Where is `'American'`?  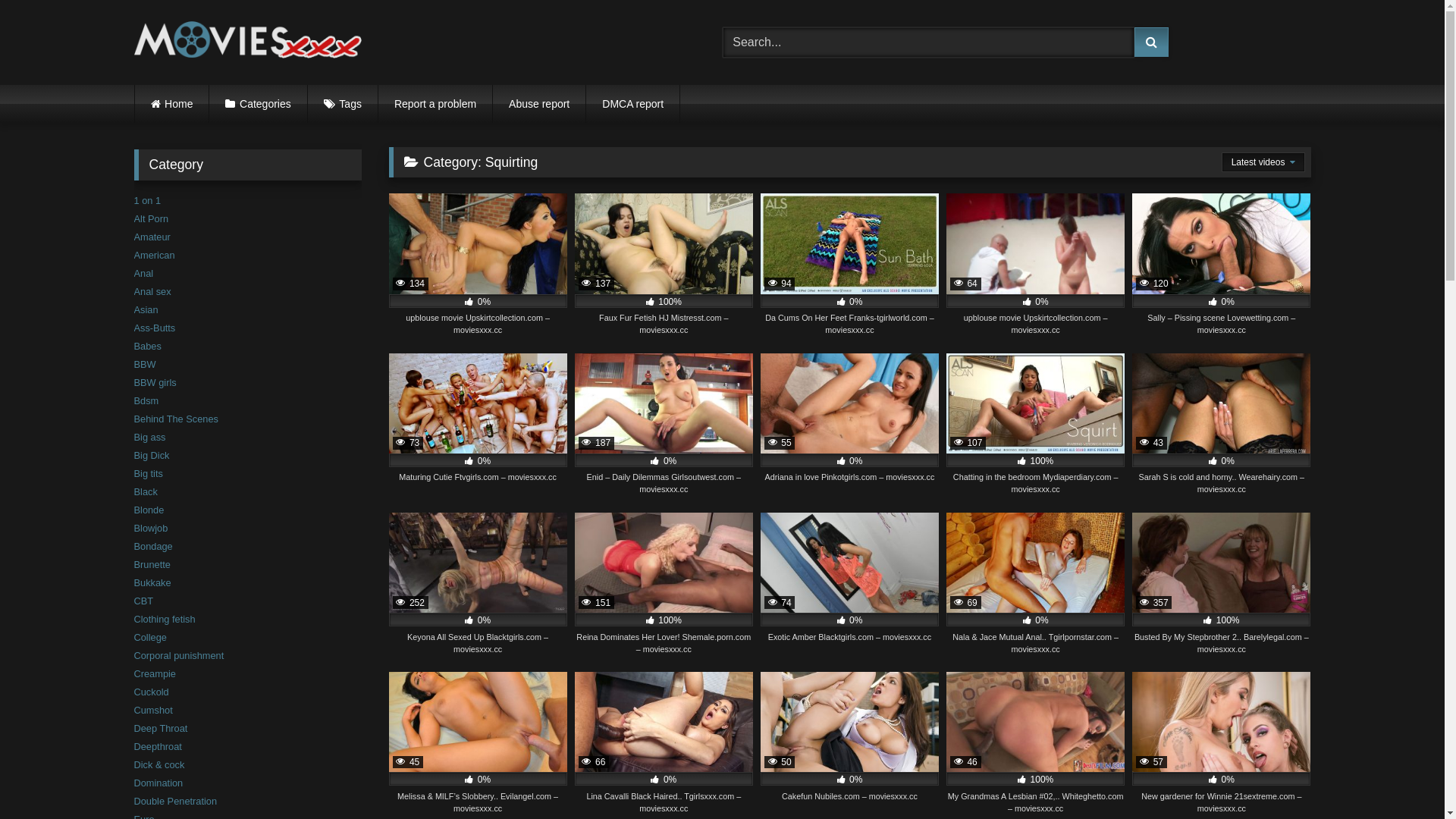 'American' is located at coordinates (153, 254).